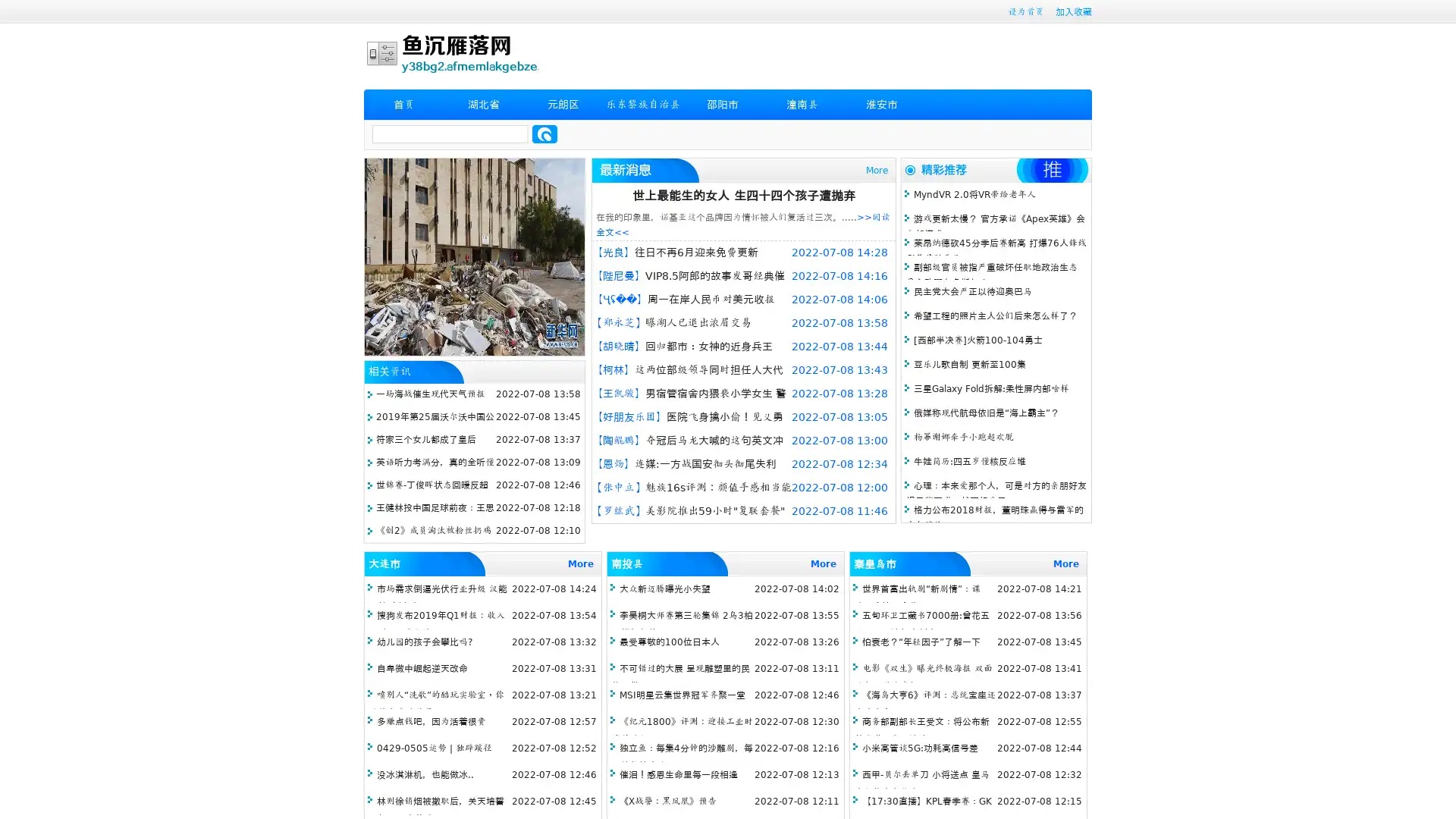  What do you see at coordinates (544, 133) in the screenshot?
I see `Search` at bounding box center [544, 133].